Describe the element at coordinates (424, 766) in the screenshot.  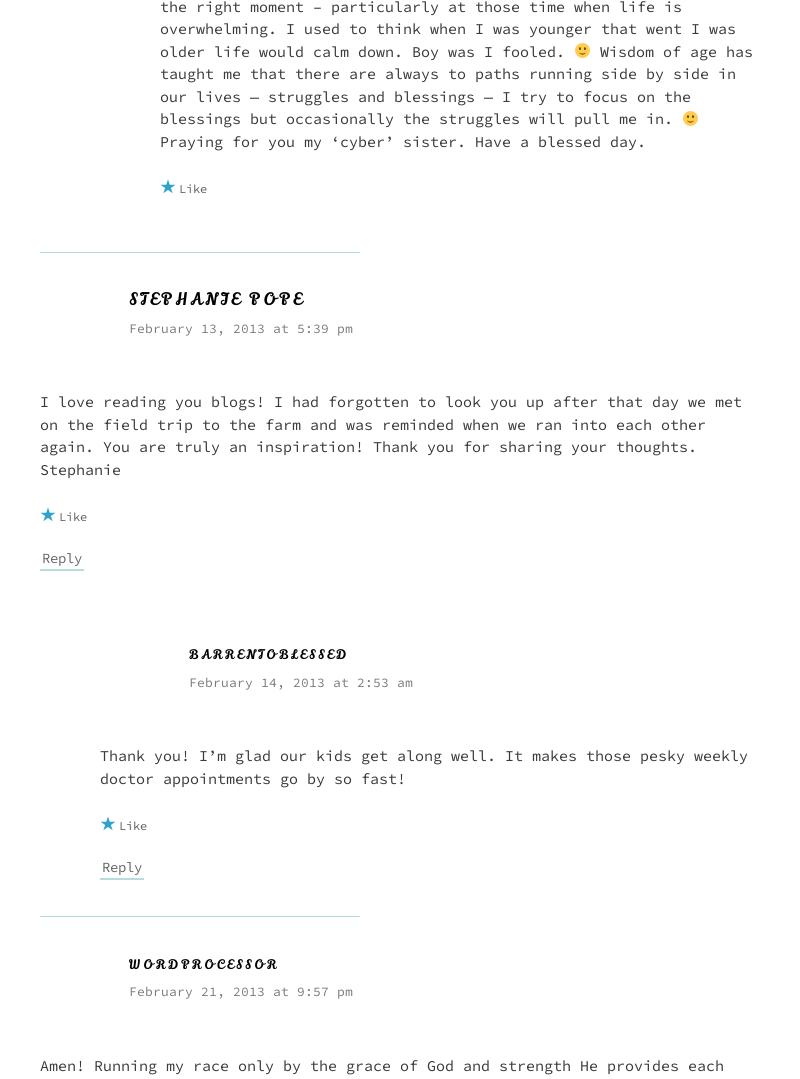
I see `'Thank you!  I’m glad our kids get along well.  It makes those pesky weekly doctor appointments go by so fast!'` at that location.